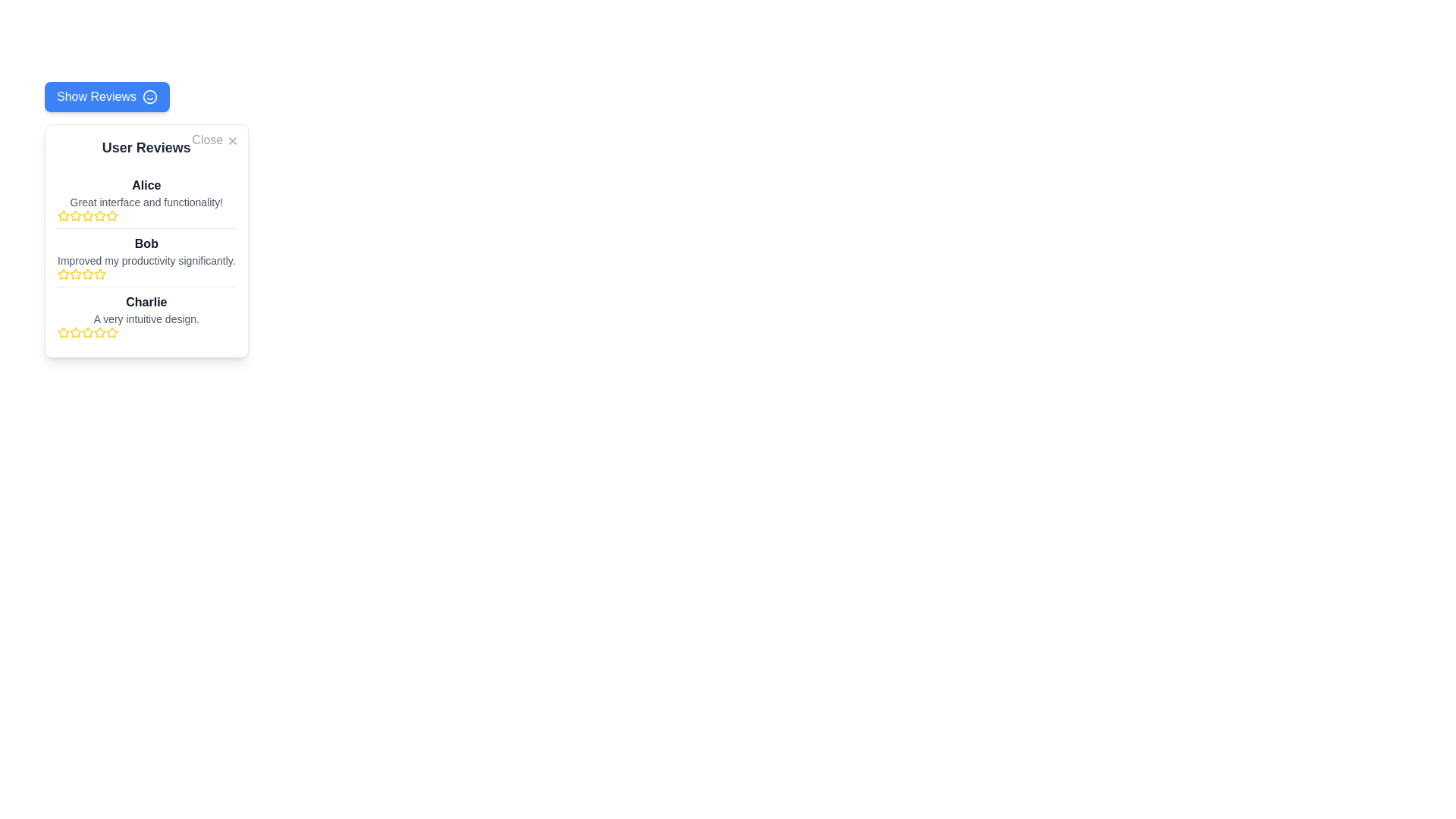  Describe the element at coordinates (111, 332) in the screenshot. I see `the fifth star rating icon, which is styled in yellow with a four-point outline and located under the review section labeled 'Charlie'` at that location.